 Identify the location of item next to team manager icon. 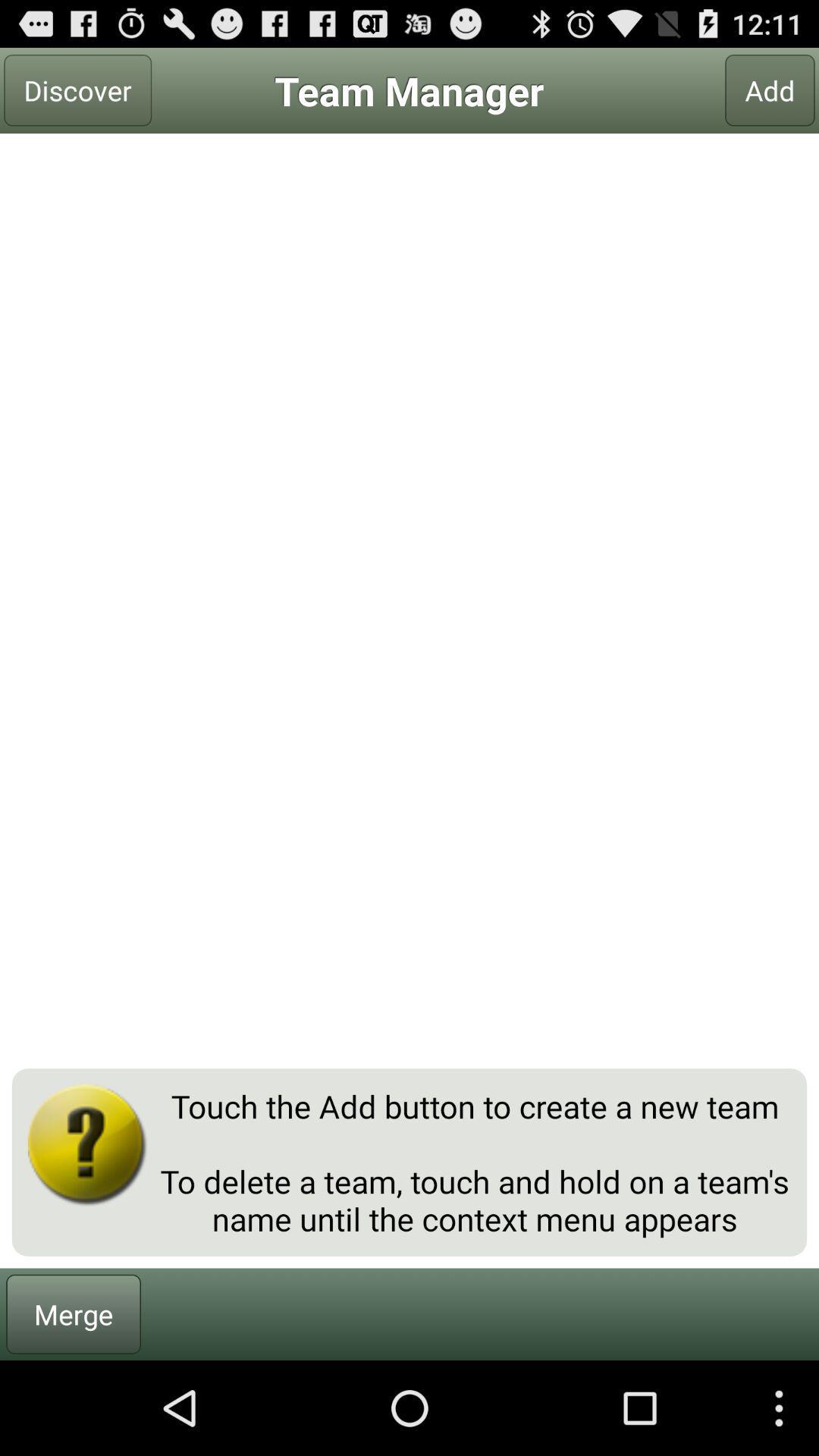
(77, 89).